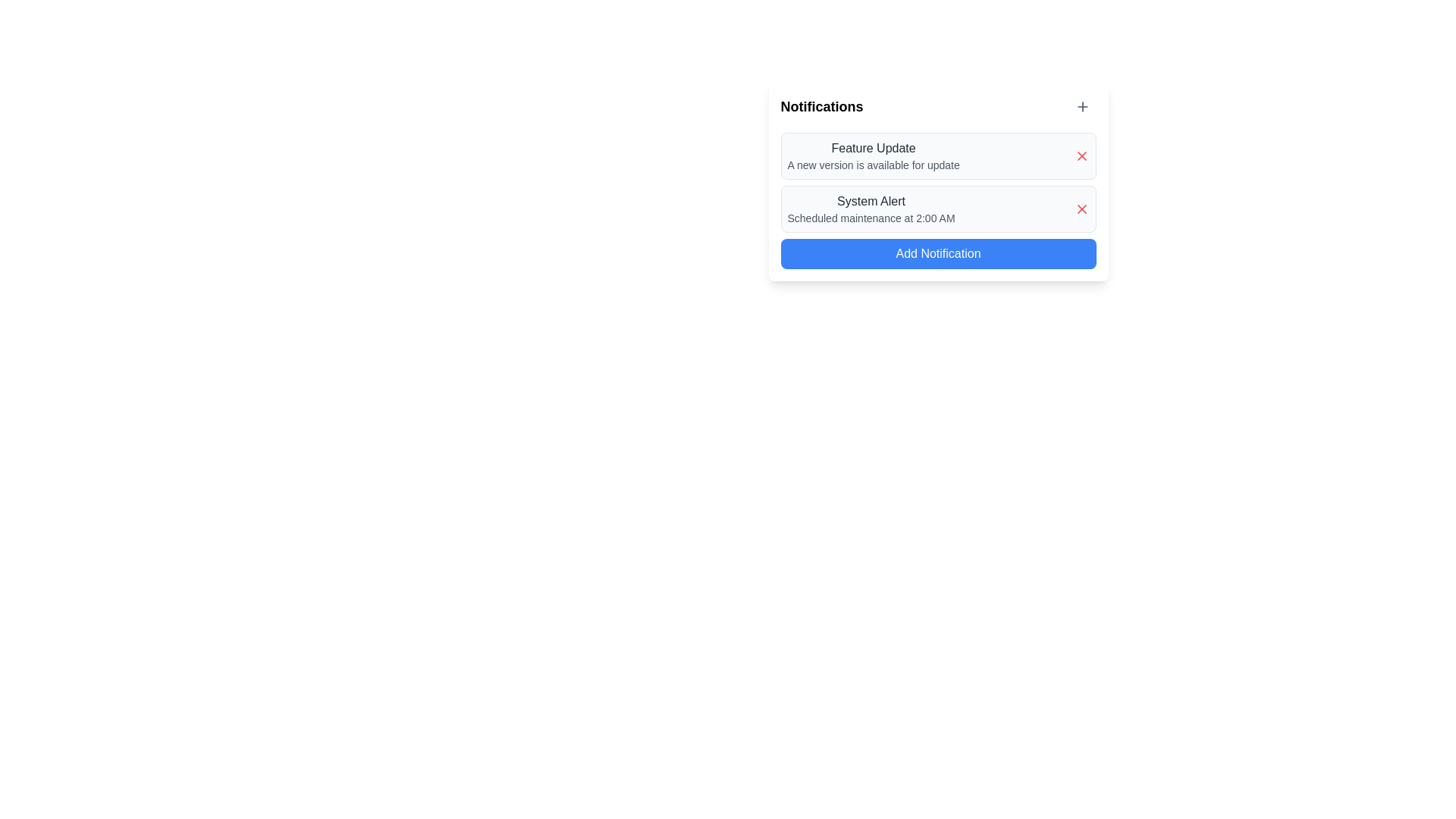 The width and height of the screenshot is (1456, 819). Describe the element at coordinates (1081, 209) in the screenshot. I see `the red 'X' icon button located at the top-right corner of the 'System Alert' notification card` at that location.